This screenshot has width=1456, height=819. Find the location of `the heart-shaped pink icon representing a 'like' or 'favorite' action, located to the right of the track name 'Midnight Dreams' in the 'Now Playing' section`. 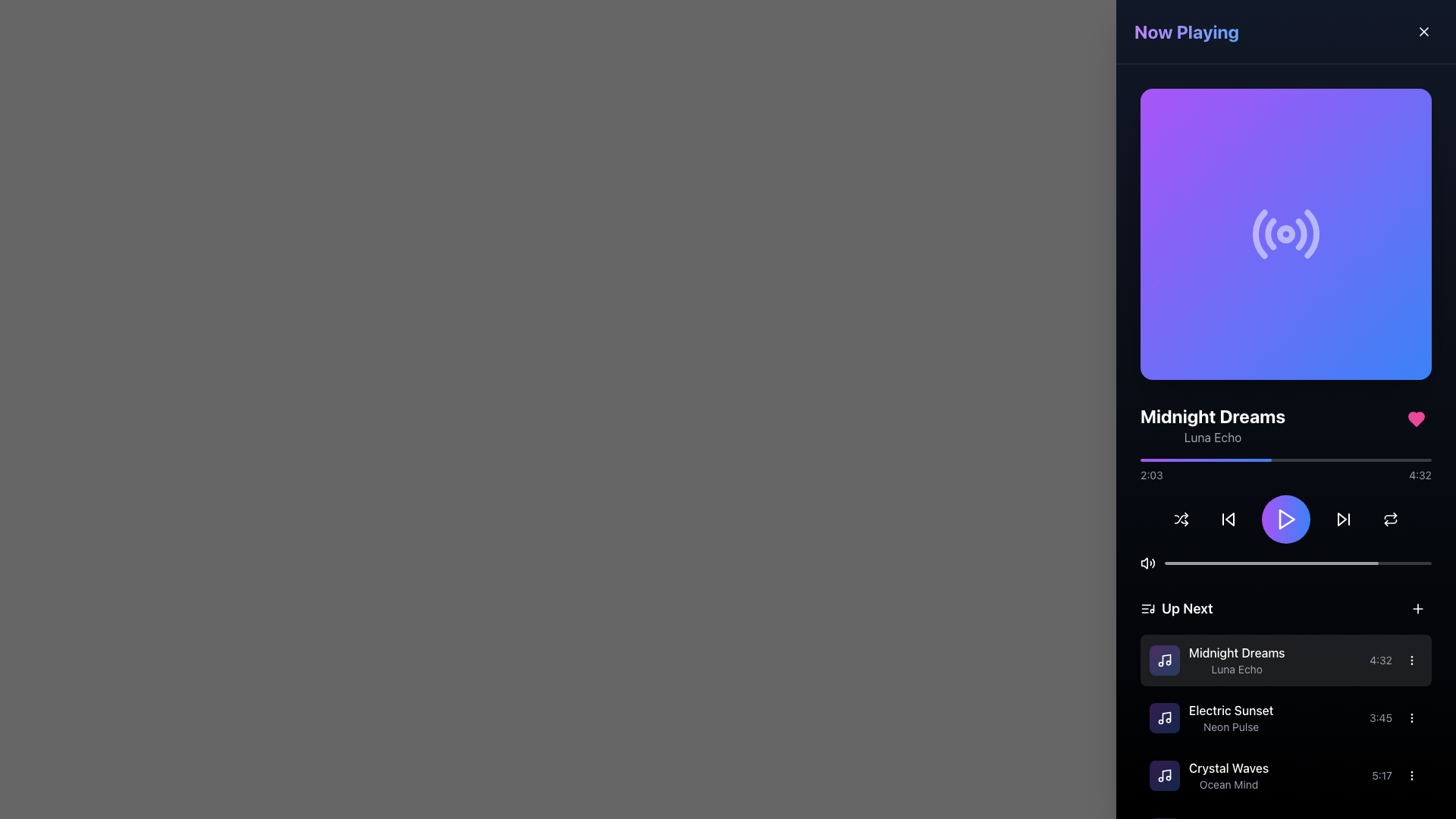

the heart-shaped pink icon representing a 'like' or 'favorite' action, located to the right of the track name 'Midnight Dreams' in the 'Now Playing' section is located at coordinates (1415, 419).